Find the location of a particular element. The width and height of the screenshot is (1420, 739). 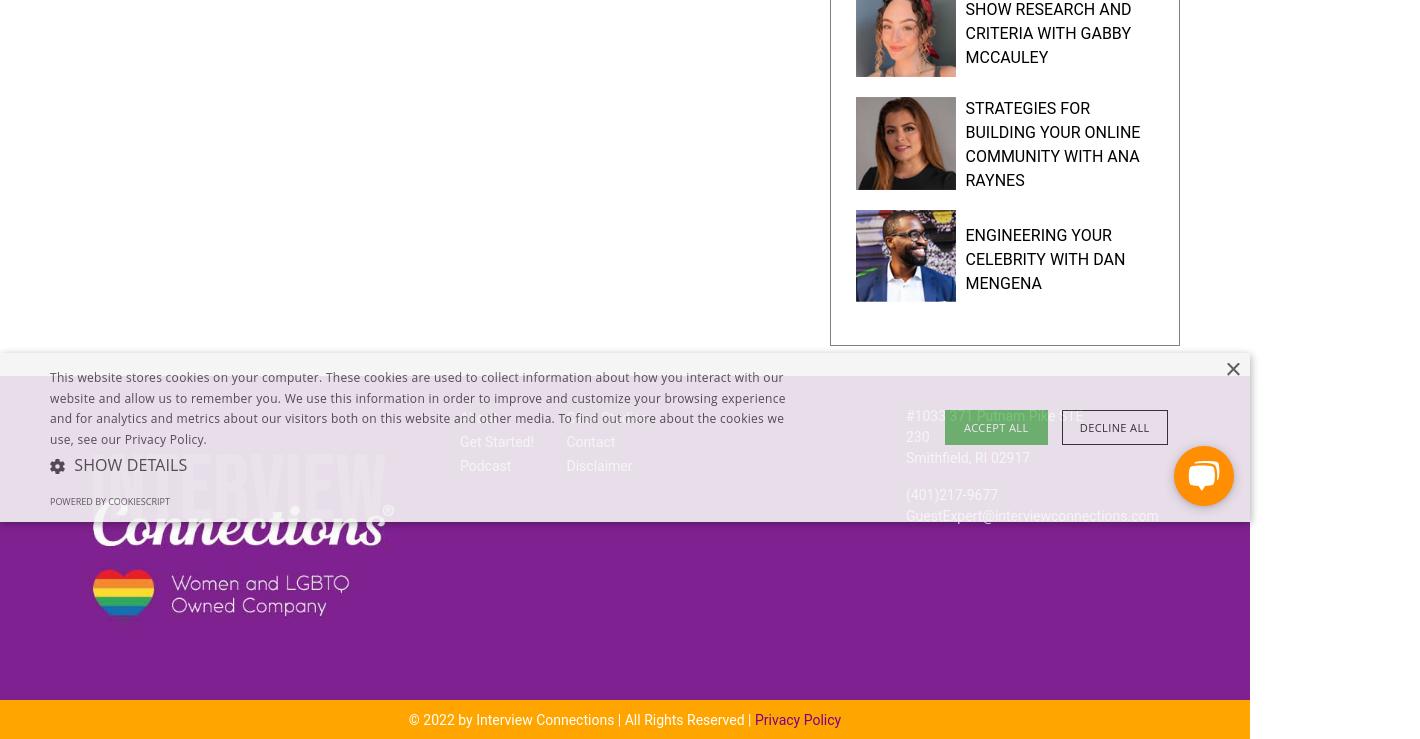

'Powered by CookieScript' is located at coordinates (108, 500).